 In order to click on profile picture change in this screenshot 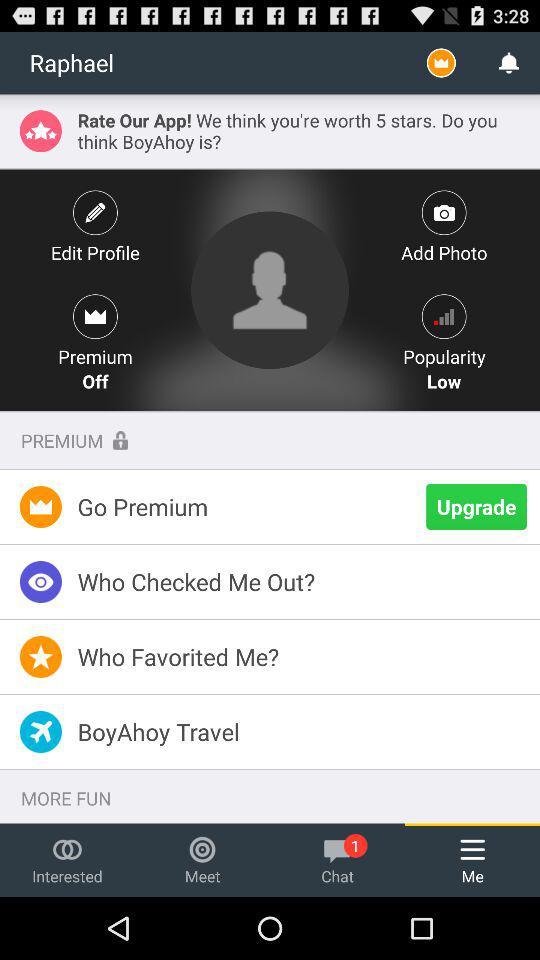, I will do `click(270, 289)`.